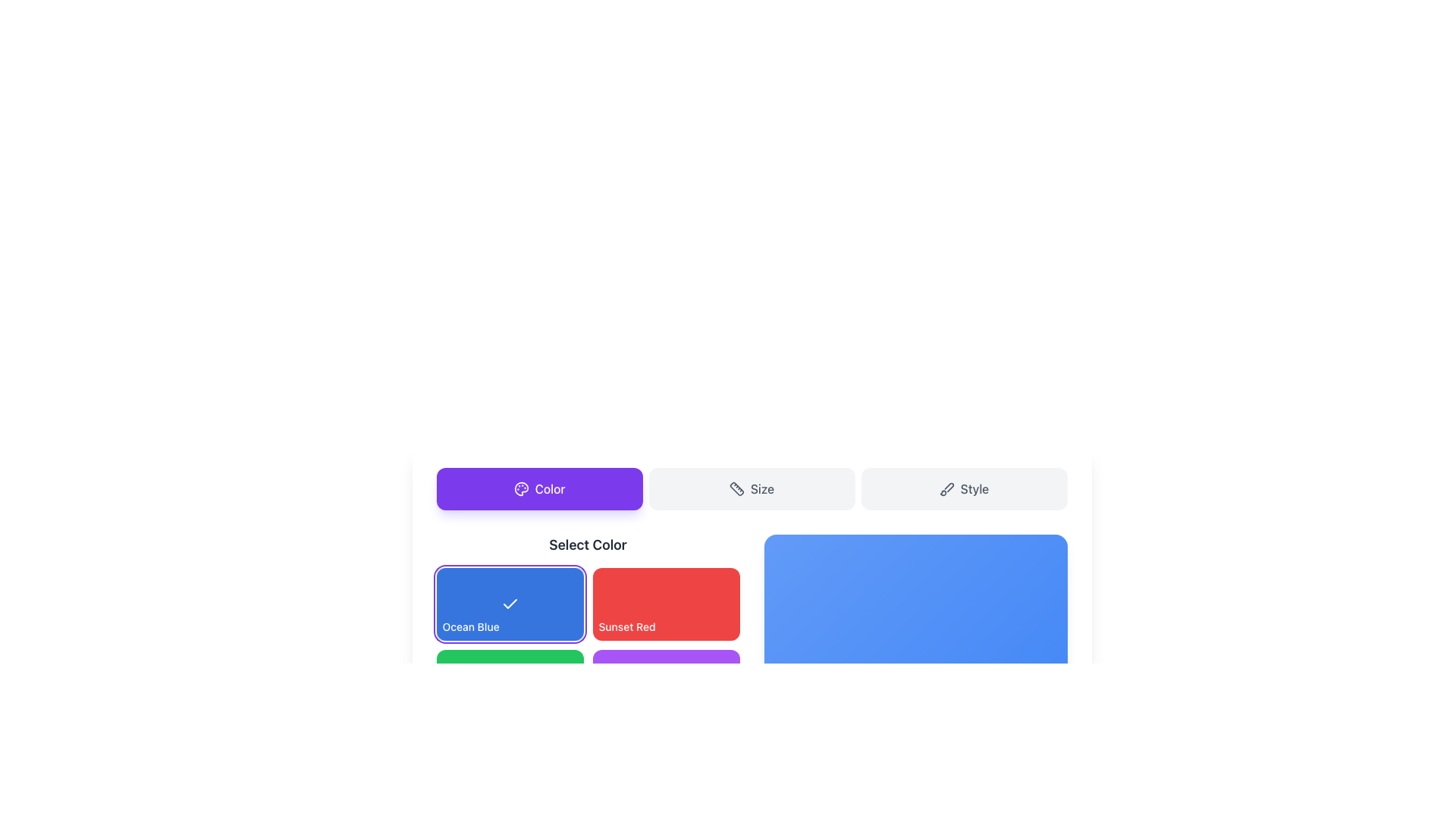 This screenshot has width=1456, height=819. I want to click on the tile in the color selection grid to choose a color option. The grid is located below the 'Select Color' heading, with tiles arranged for 'Ocean Blue', 'Sunset Red', 'Forest Green', and 'Royal Purple', so click(587, 645).